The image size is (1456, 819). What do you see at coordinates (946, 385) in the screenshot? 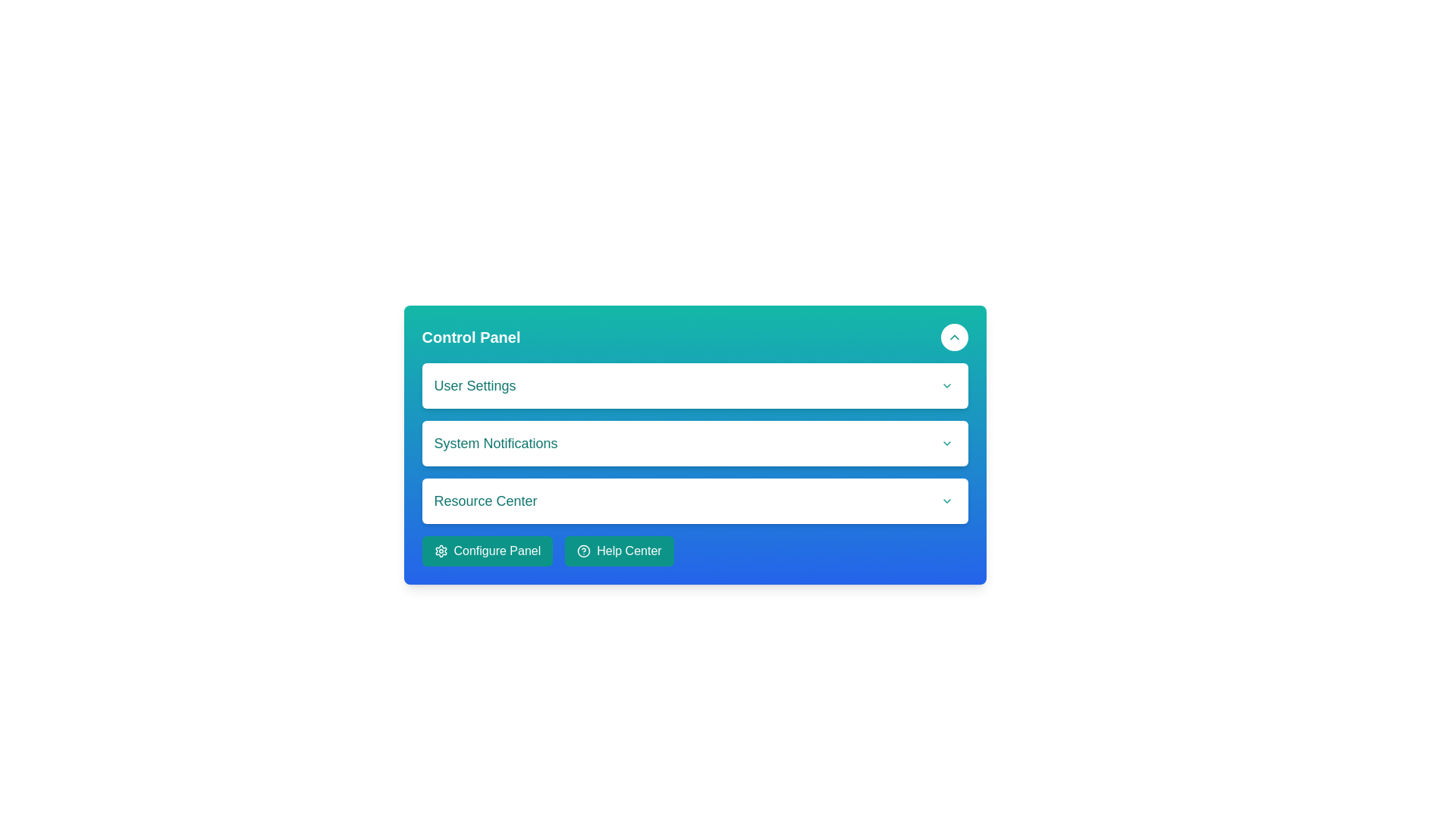
I see `the Dropdown indicator icon located to the far right within the 'User Settings' dropdown button in the 'Control Panel' interface` at bounding box center [946, 385].